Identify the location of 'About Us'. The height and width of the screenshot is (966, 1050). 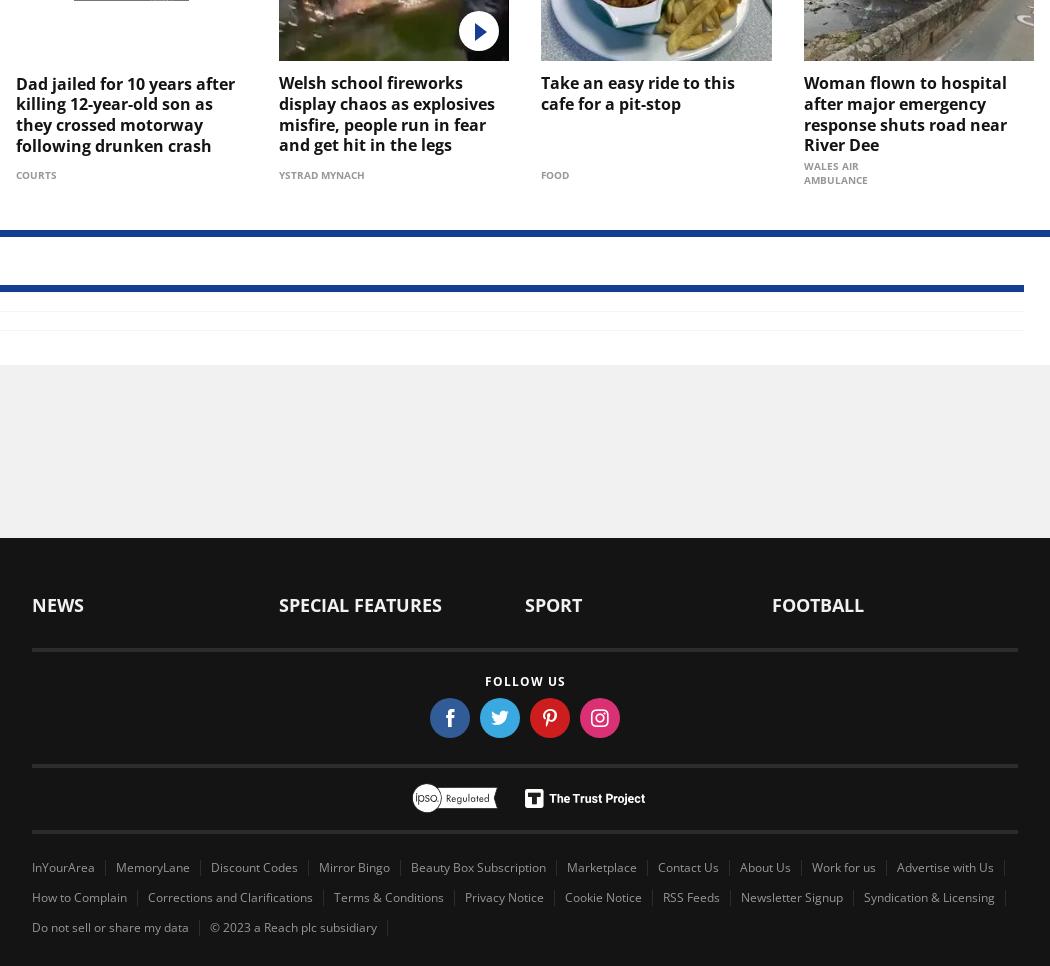
(765, 867).